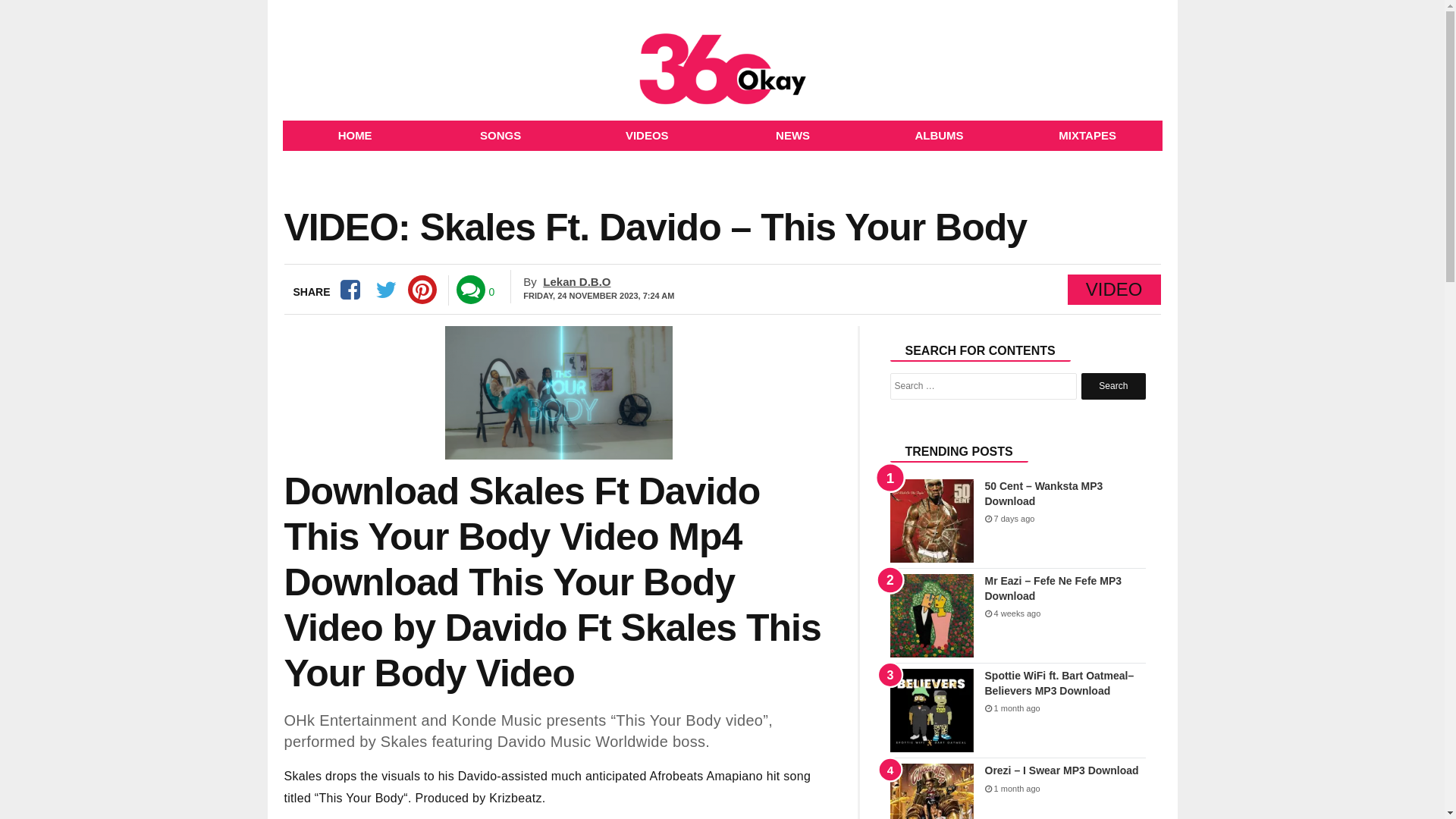  Describe the element at coordinates (720, 134) in the screenshot. I see `'NEWS'` at that location.